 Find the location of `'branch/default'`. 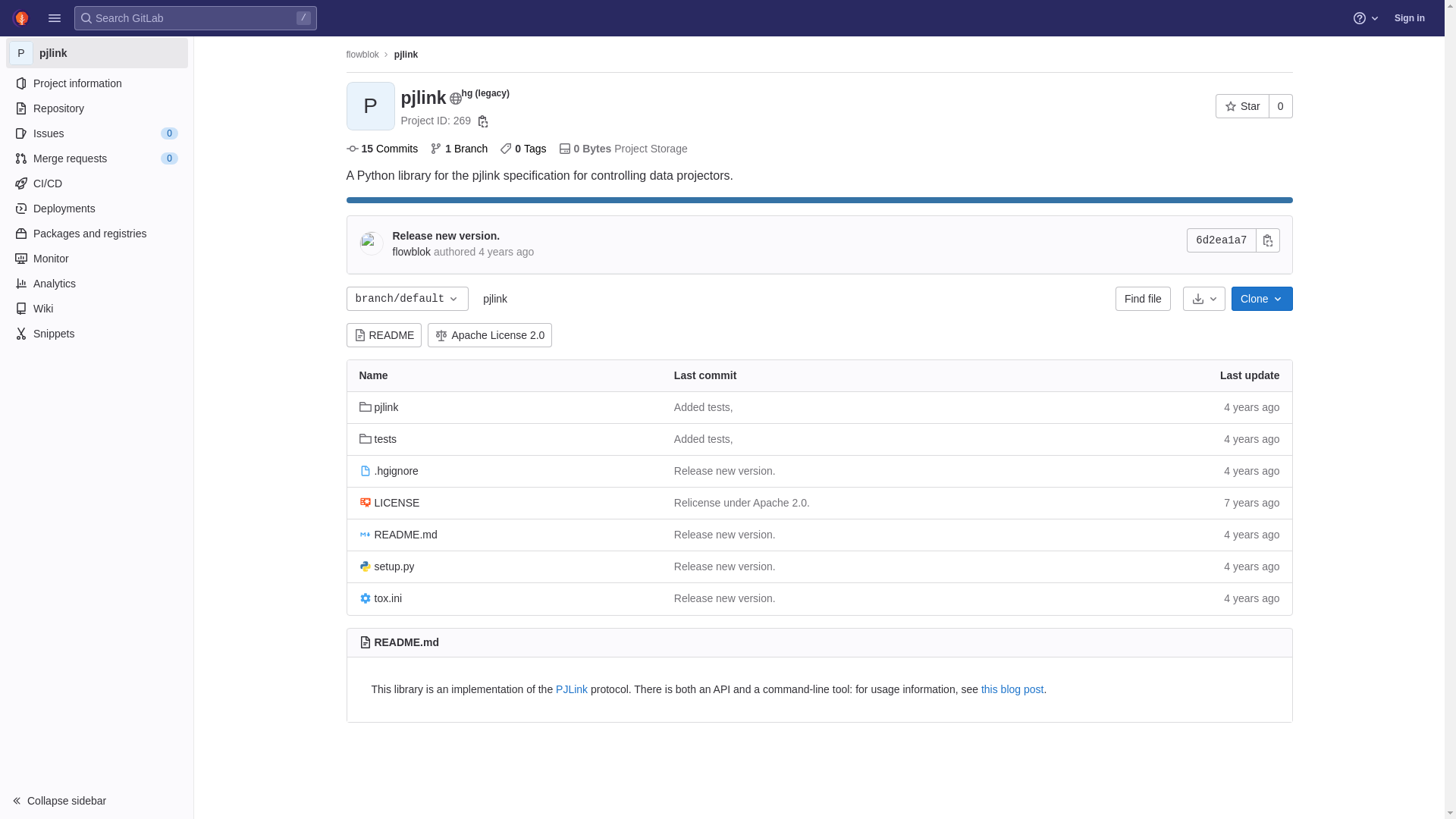

'branch/default' is located at coordinates (407, 298).